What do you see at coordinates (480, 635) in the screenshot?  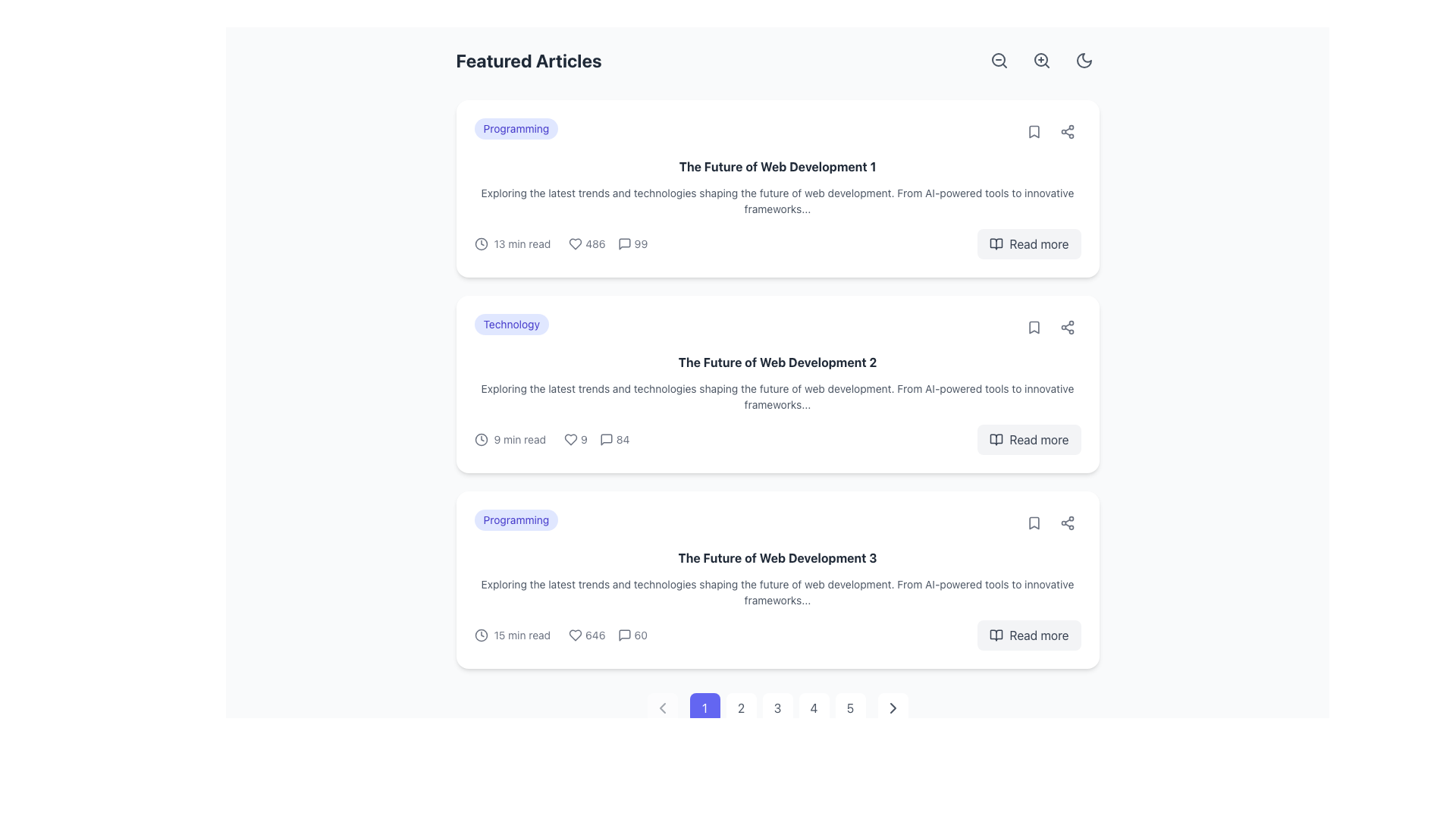 I see `the circular graphic element embedded within the clock icon located at the bottom section of the third content card, adjacent to the reading time text` at bounding box center [480, 635].